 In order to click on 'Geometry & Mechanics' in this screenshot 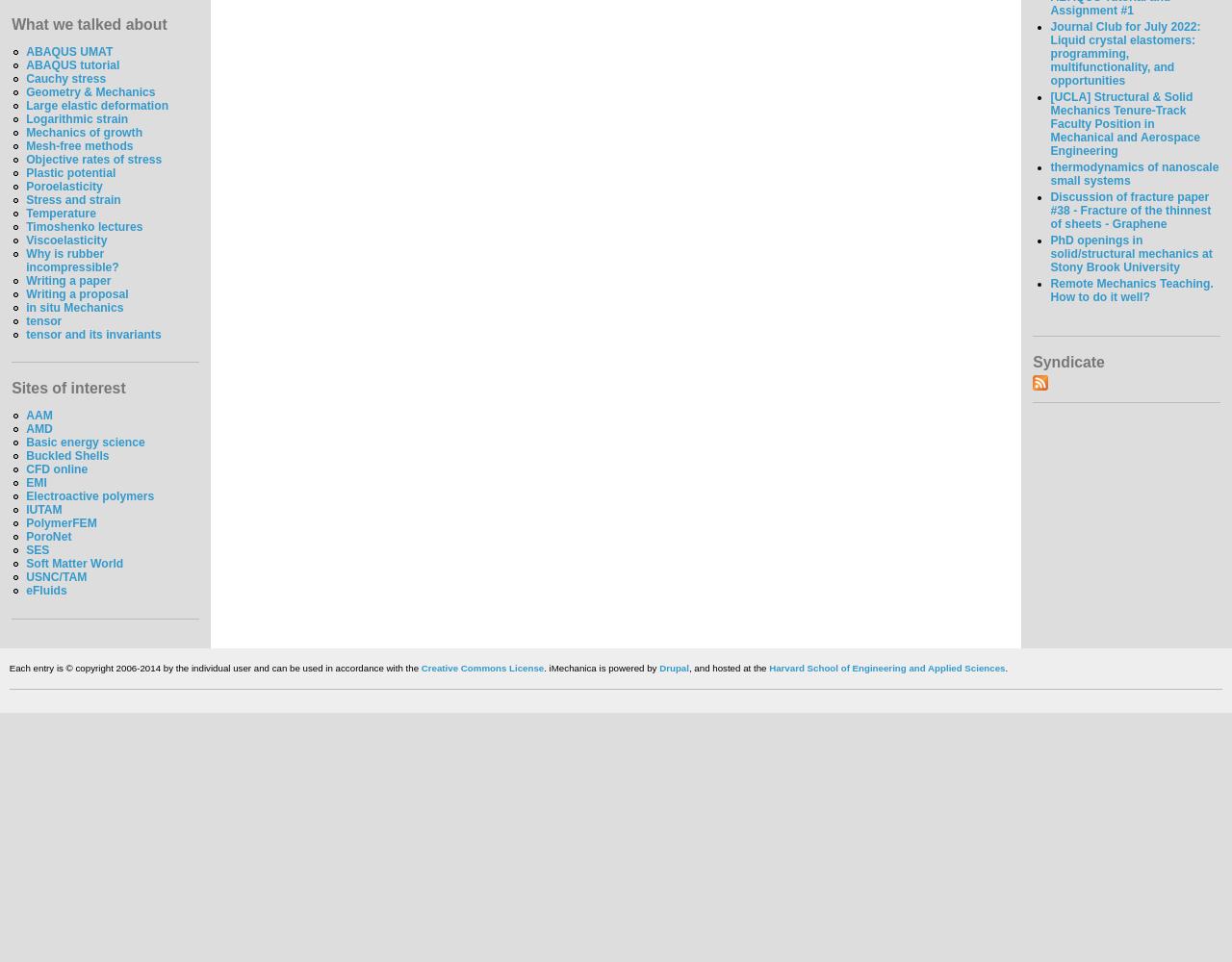, I will do `click(89, 90)`.